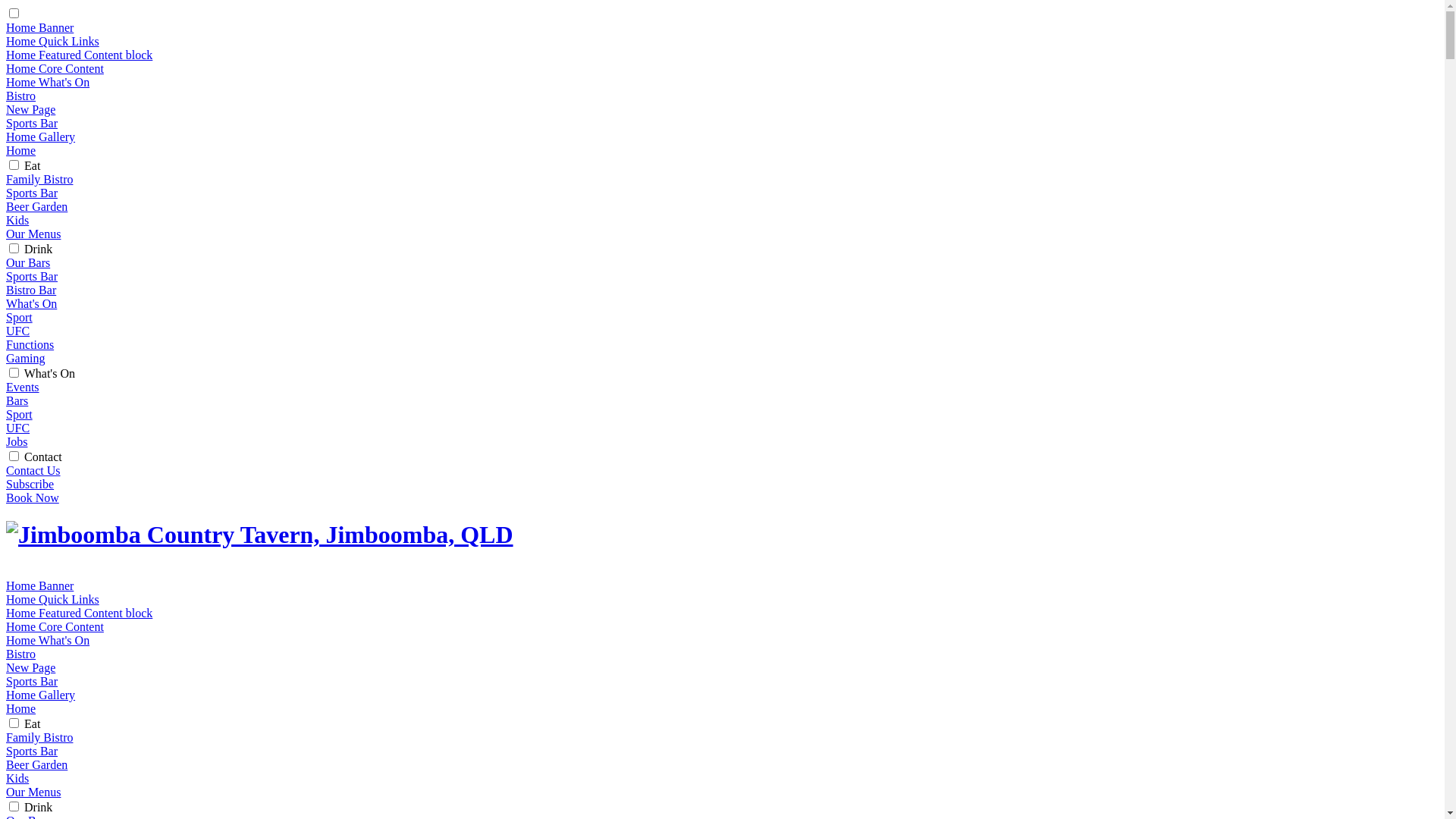 The height and width of the screenshot is (819, 1456). Describe the element at coordinates (25, 358) in the screenshot. I see `'Gaming'` at that location.